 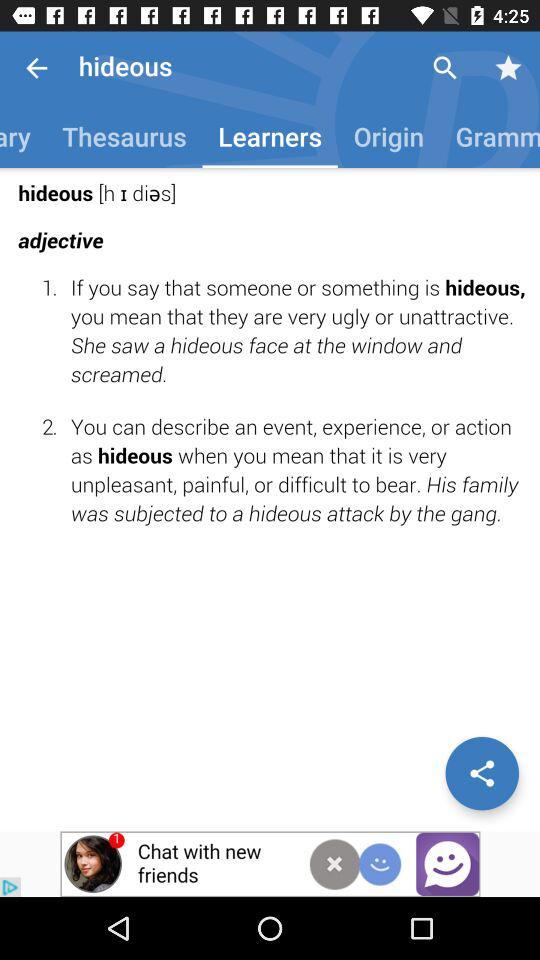 I want to click on the share icon, so click(x=481, y=772).